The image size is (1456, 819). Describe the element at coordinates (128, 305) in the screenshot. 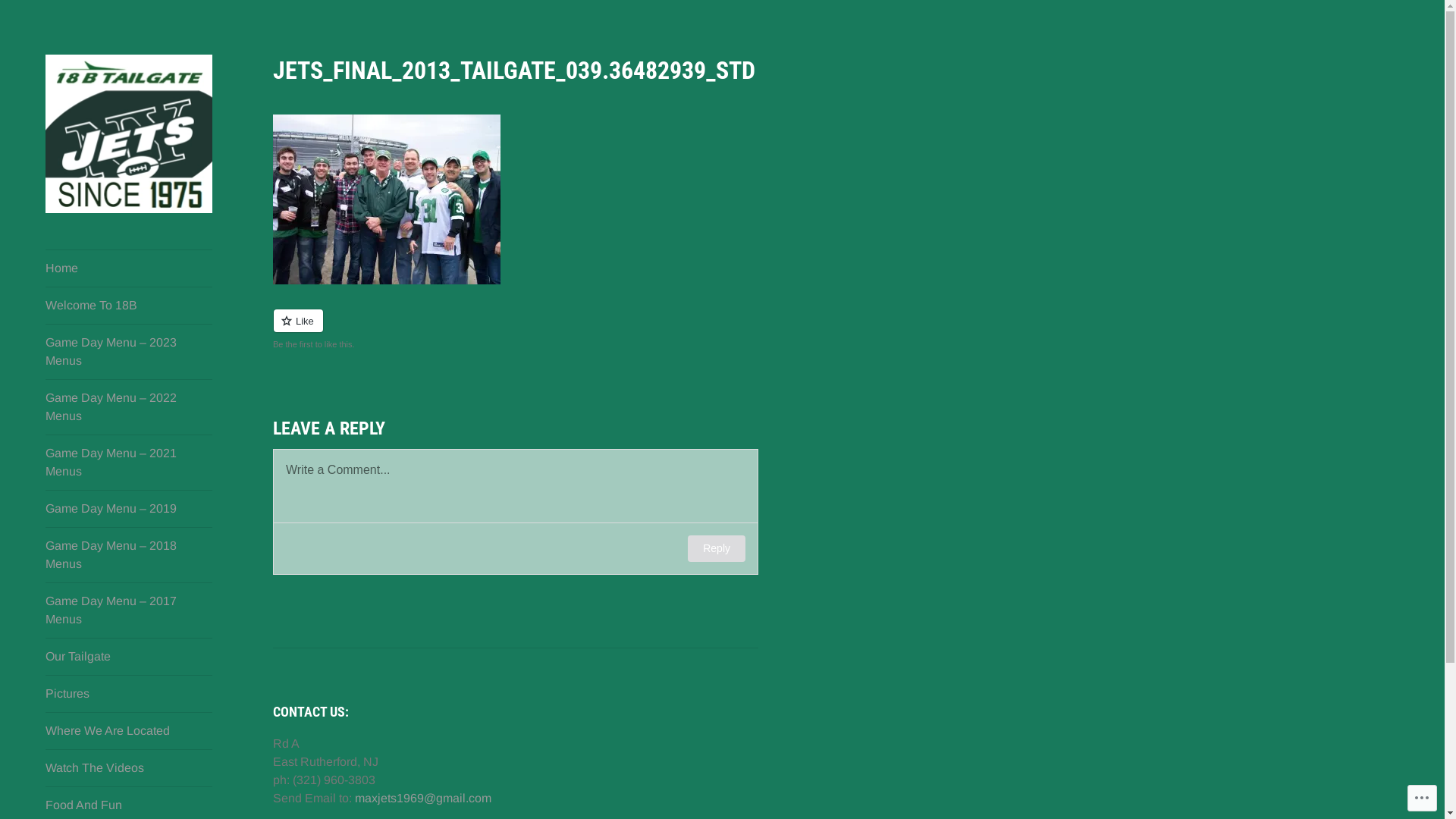

I see `'Welcome To 18B'` at that location.